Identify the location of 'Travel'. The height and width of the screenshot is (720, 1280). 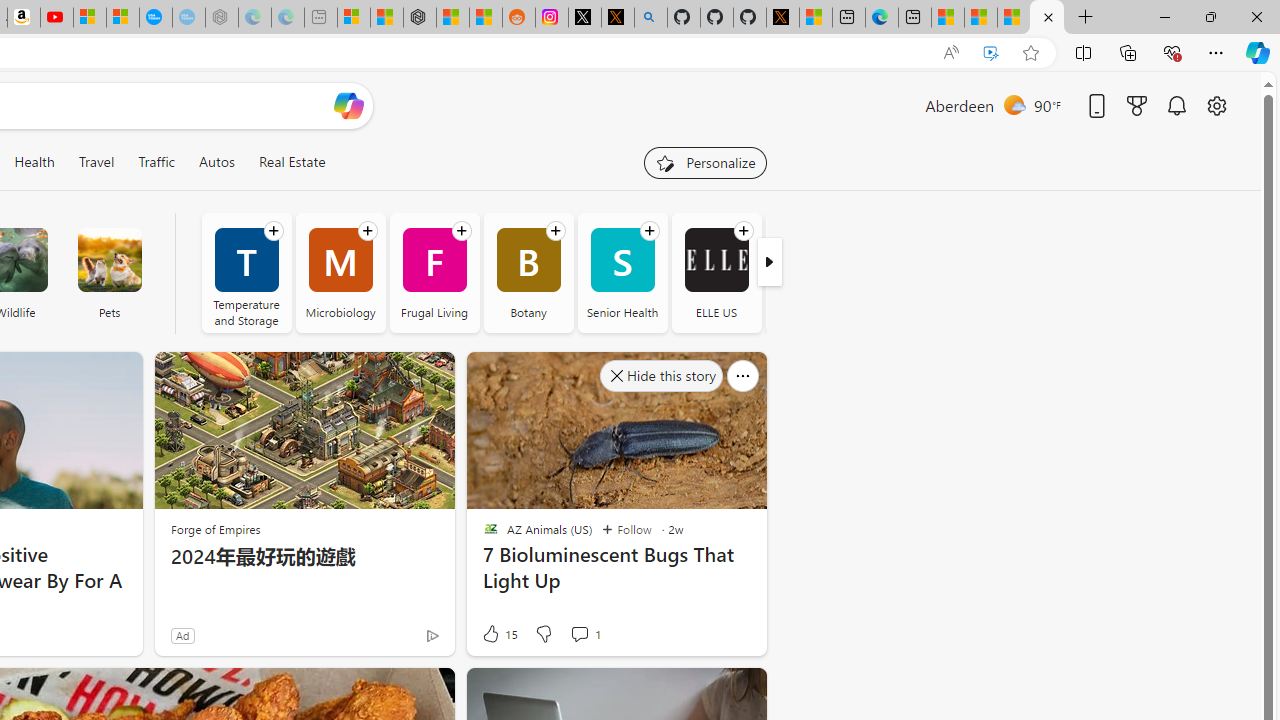
(95, 161).